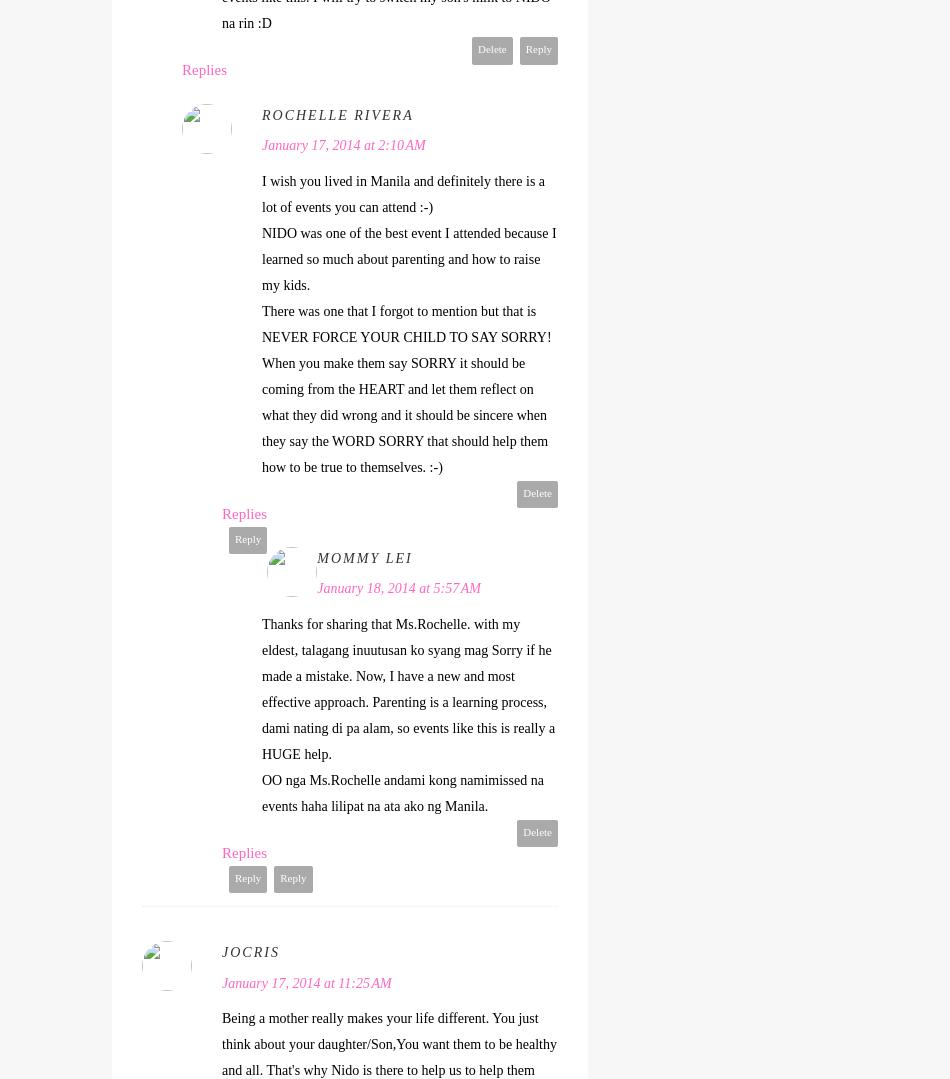 Image resolution: width=950 pixels, height=1079 pixels. Describe the element at coordinates (397, 588) in the screenshot. I see `'January 18, 2014 at 5:57 AM'` at that location.